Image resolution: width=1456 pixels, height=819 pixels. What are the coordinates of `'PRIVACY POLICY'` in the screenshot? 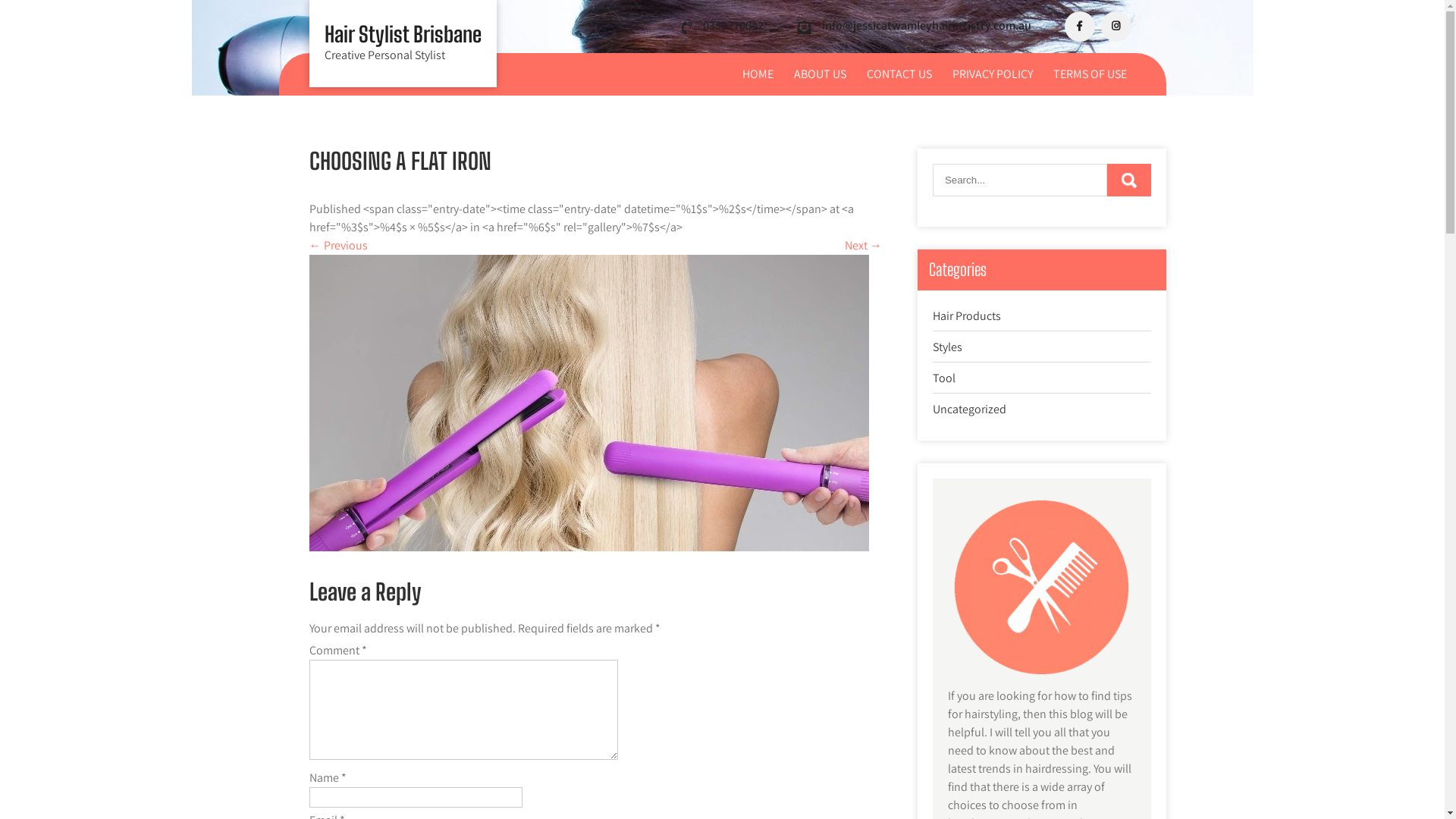 It's located at (942, 74).